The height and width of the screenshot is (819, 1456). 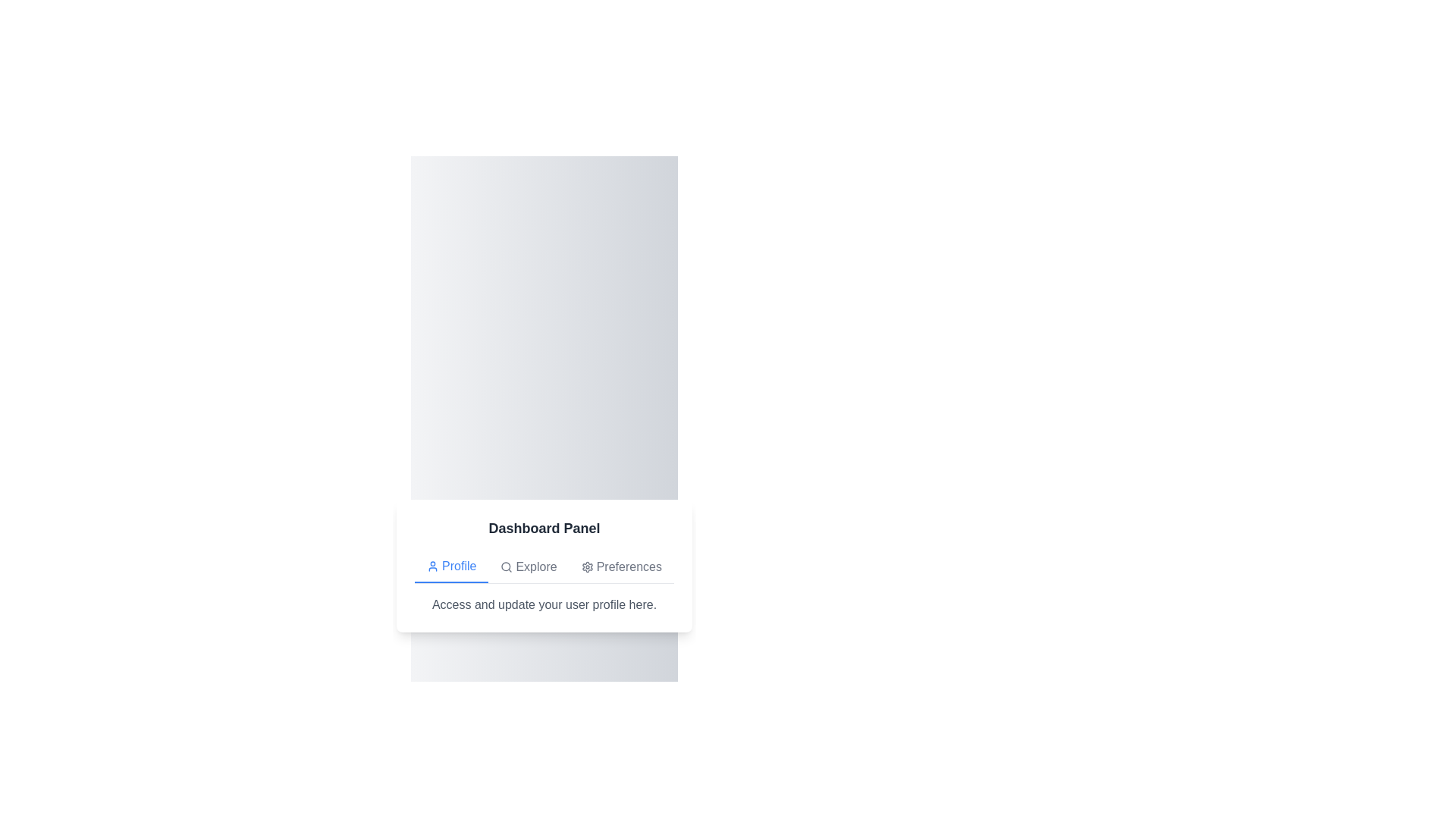 What do you see at coordinates (529, 566) in the screenshot?
I see `the 'Explore' button in the top navigation menu` at bounding box center [529, 566].